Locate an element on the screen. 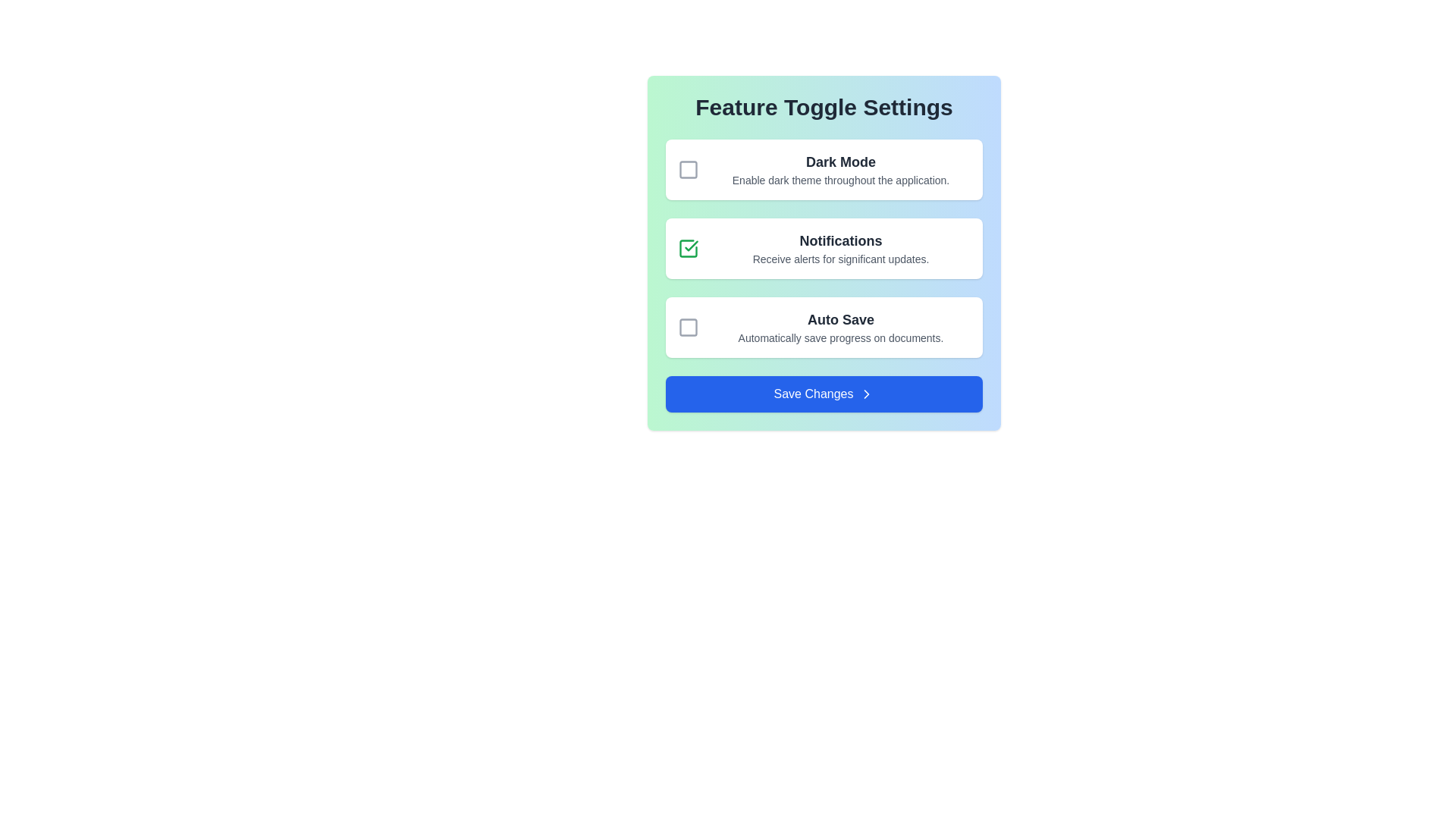 The height and width of the screenshot is (819, 1456). accessibility information of the activated notifications icon located in the second row of the settings list is located at coordinates (691, 245).